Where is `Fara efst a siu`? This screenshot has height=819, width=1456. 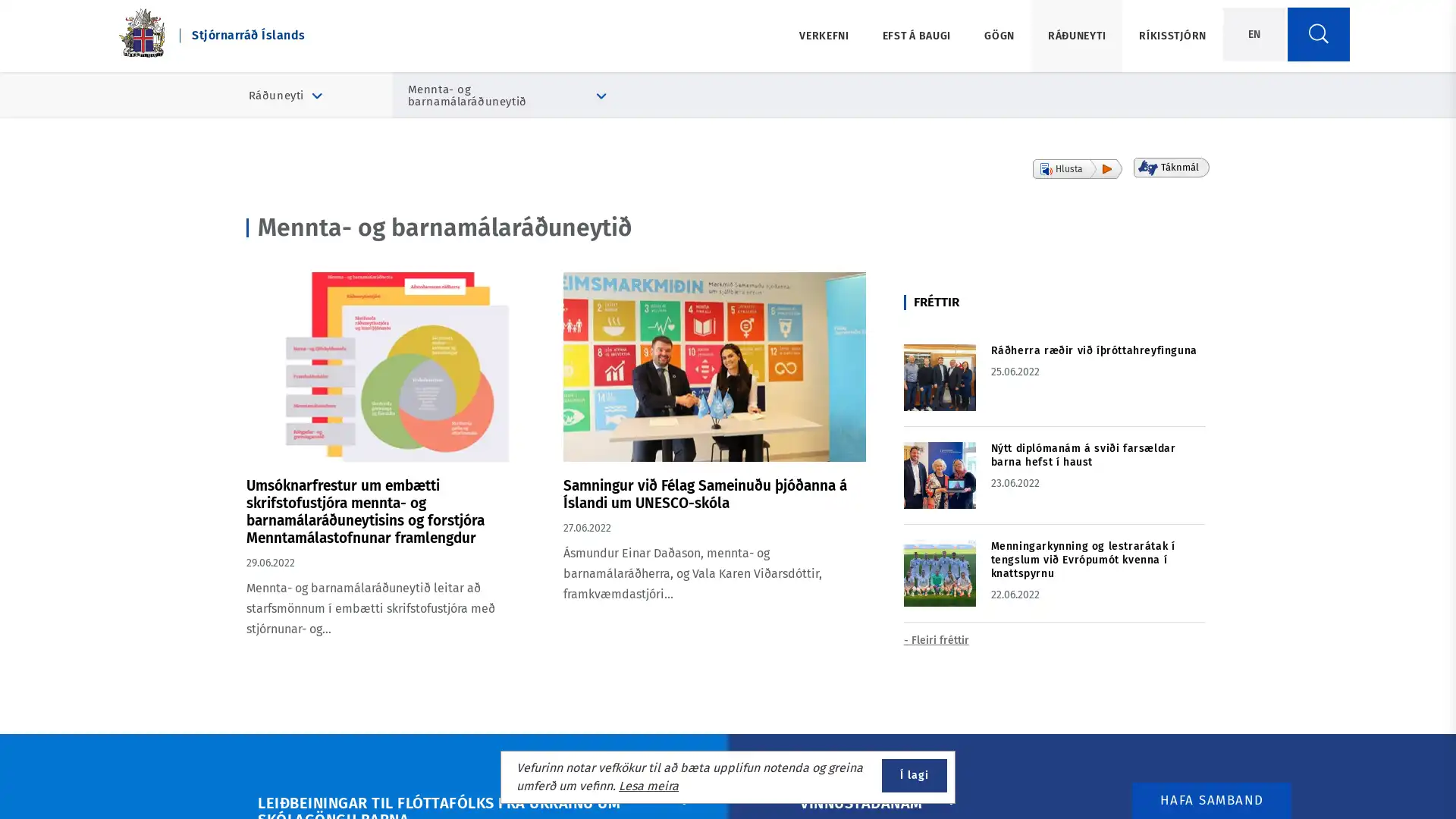
Fara efst a siu is located at coordinates (1398, 769).